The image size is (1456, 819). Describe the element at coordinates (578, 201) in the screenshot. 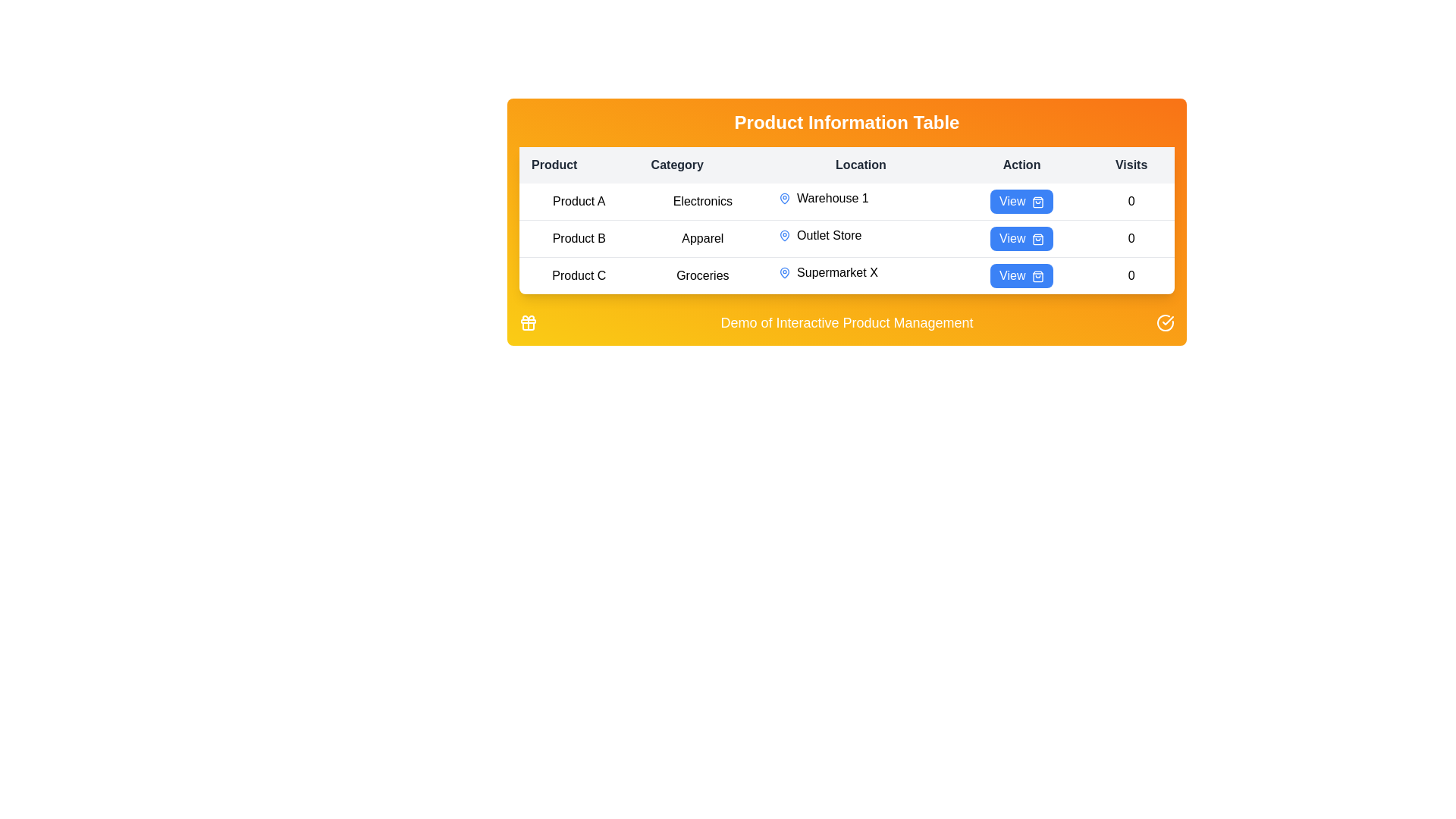

I see `text from the product label located in the first row of the 'Product' column in the table, positioned at the top-left corner of the table body` at that location.